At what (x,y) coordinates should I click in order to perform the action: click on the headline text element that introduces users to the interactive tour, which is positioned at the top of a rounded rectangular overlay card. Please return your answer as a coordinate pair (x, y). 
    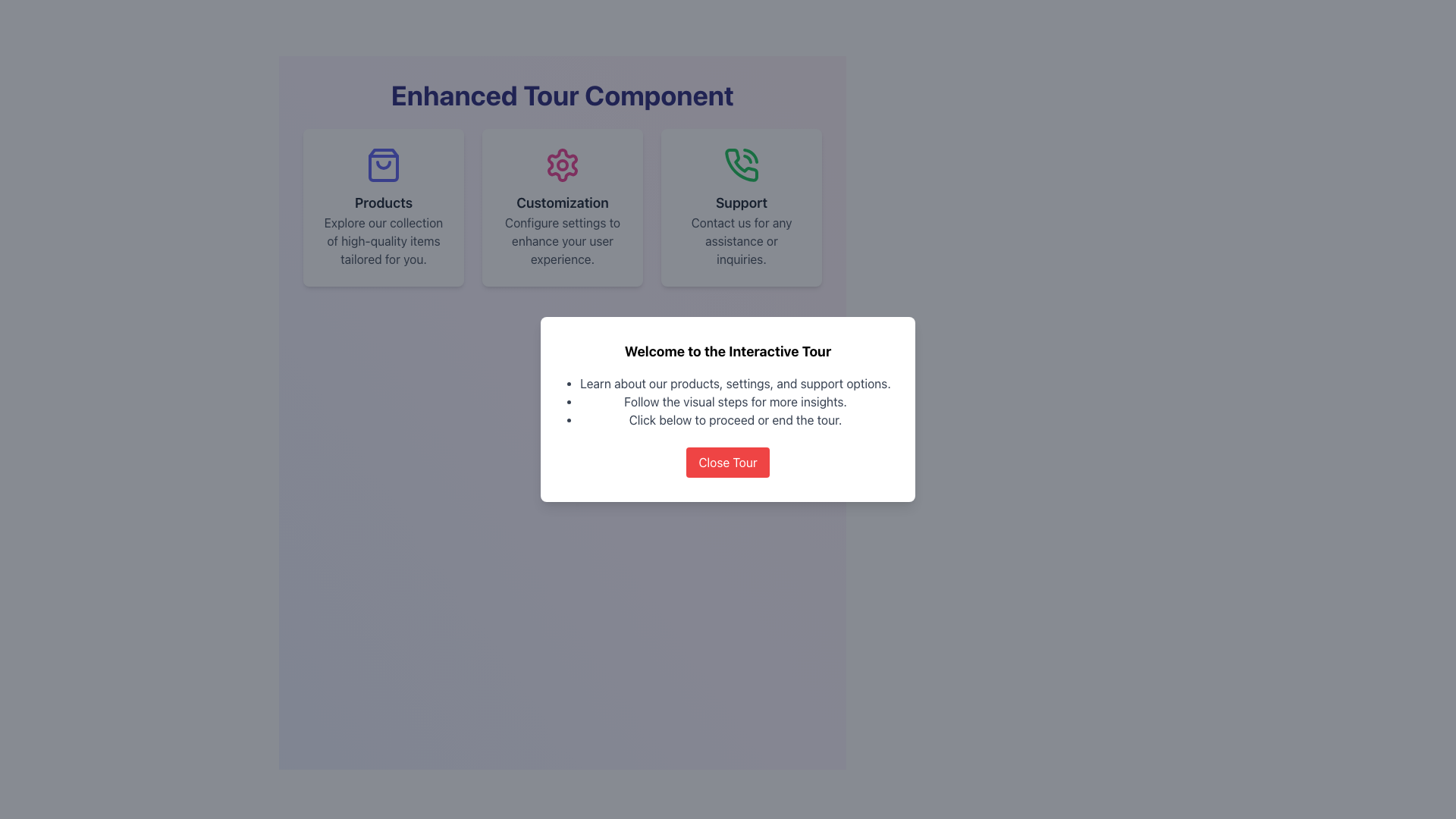
    Looking at the image, I should click on (728, 351).